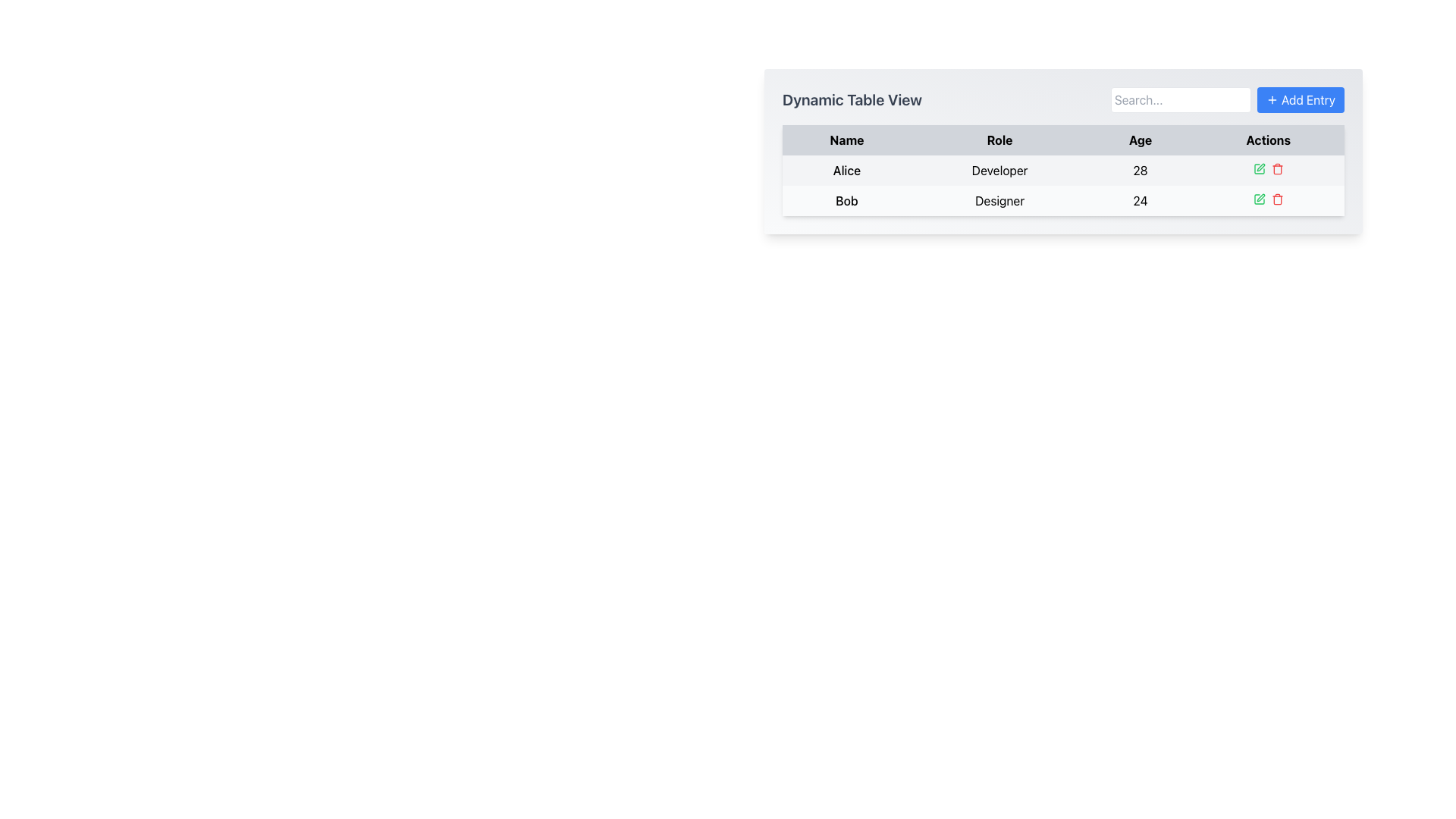 The height and width of the screenshot is (819, 1456). What do you see at coordinates (846, 140) in the screenshot?
I see `the 'Name' column header text label, which is the first element in the header row of the table` at bounding box center [846, 140].